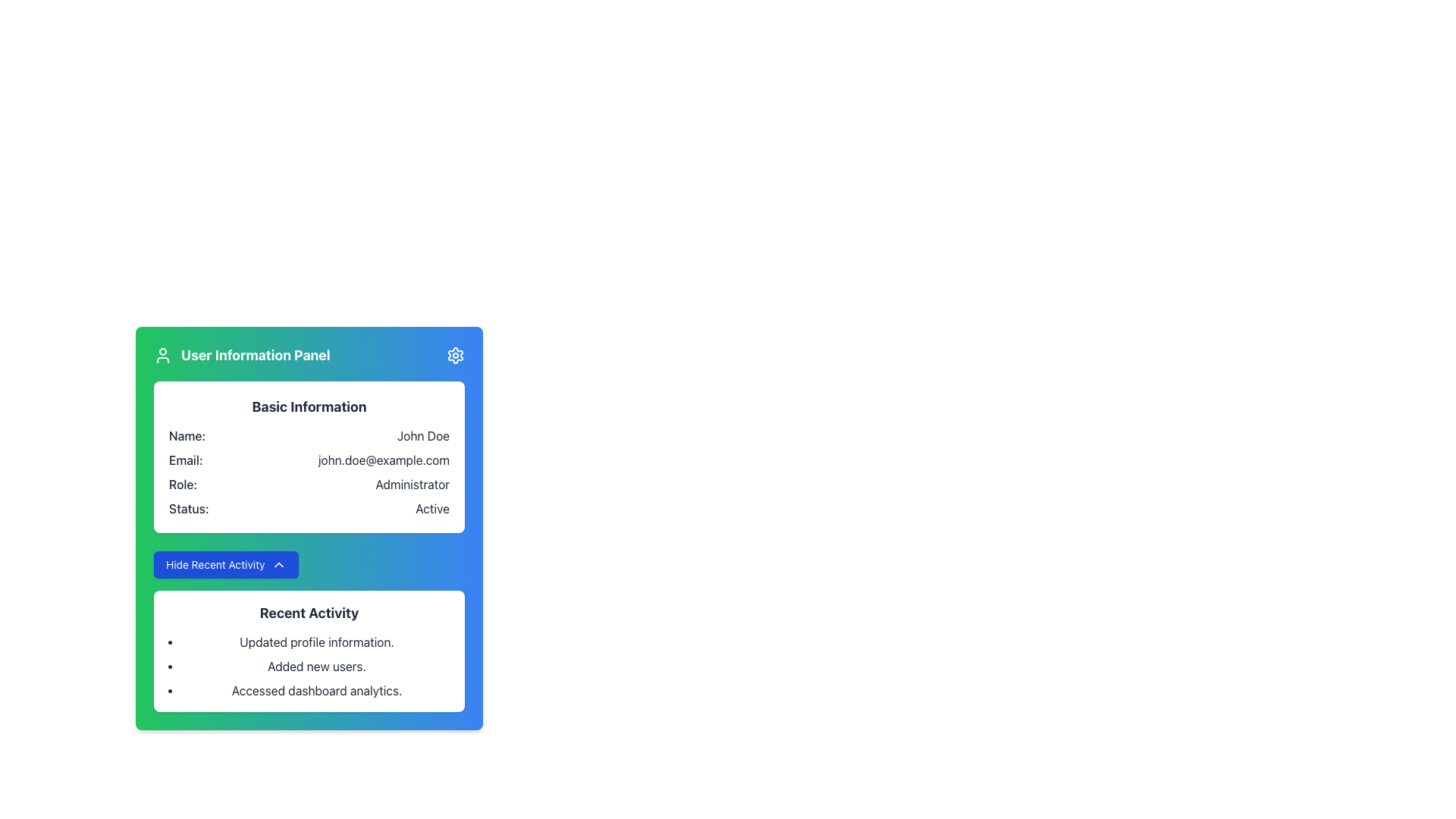  What do you see at coordinates (187, 435) in the screenshot?
I see `the text label reading 'Name:' which is positioned to the left of the name value 'John Doe' in the 'Basic Information' section of the 'User Information Panel'` at bounding box center [187, 435].